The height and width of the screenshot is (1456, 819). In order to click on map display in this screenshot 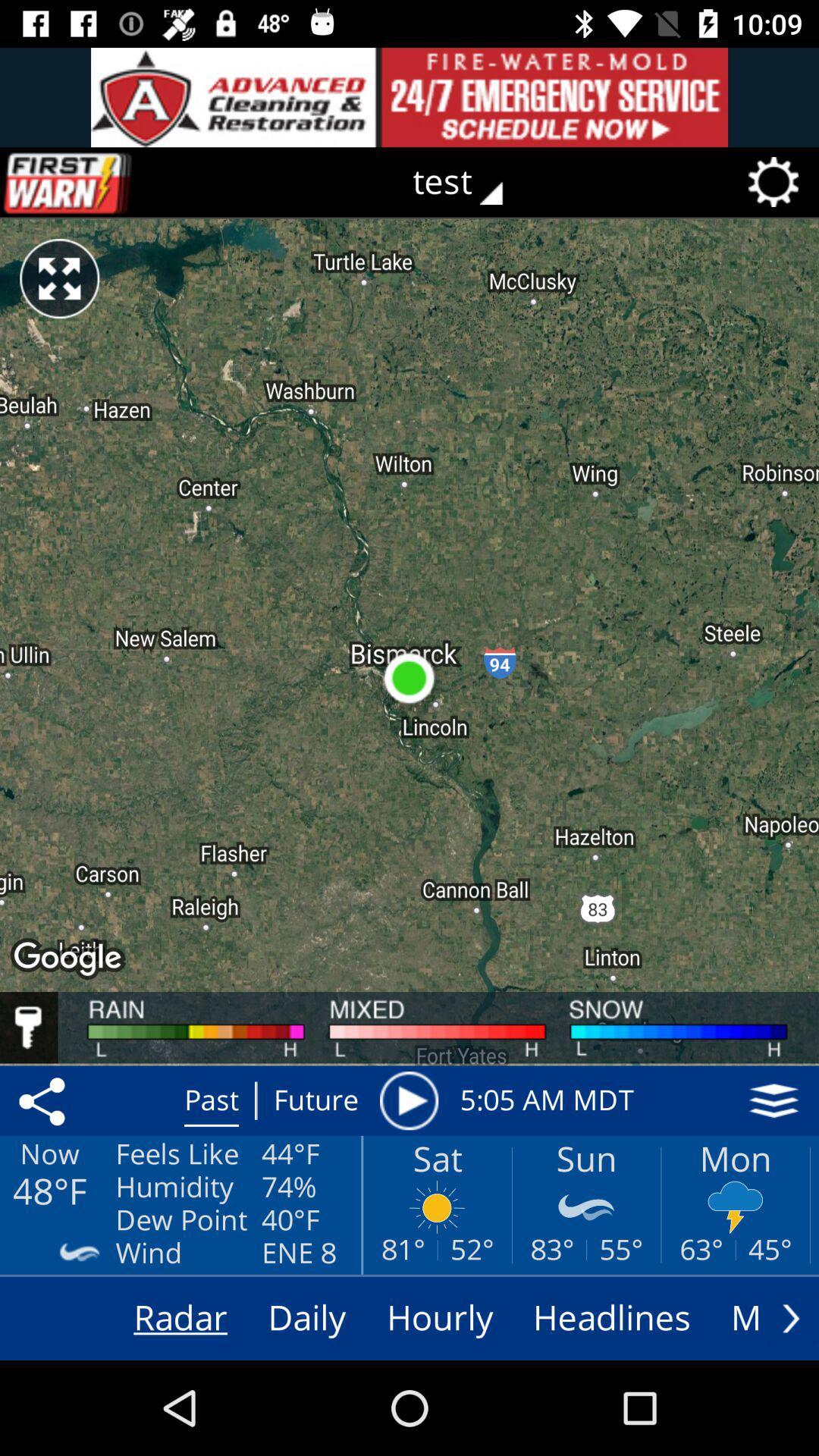, I will do `click(773, 1100)`.